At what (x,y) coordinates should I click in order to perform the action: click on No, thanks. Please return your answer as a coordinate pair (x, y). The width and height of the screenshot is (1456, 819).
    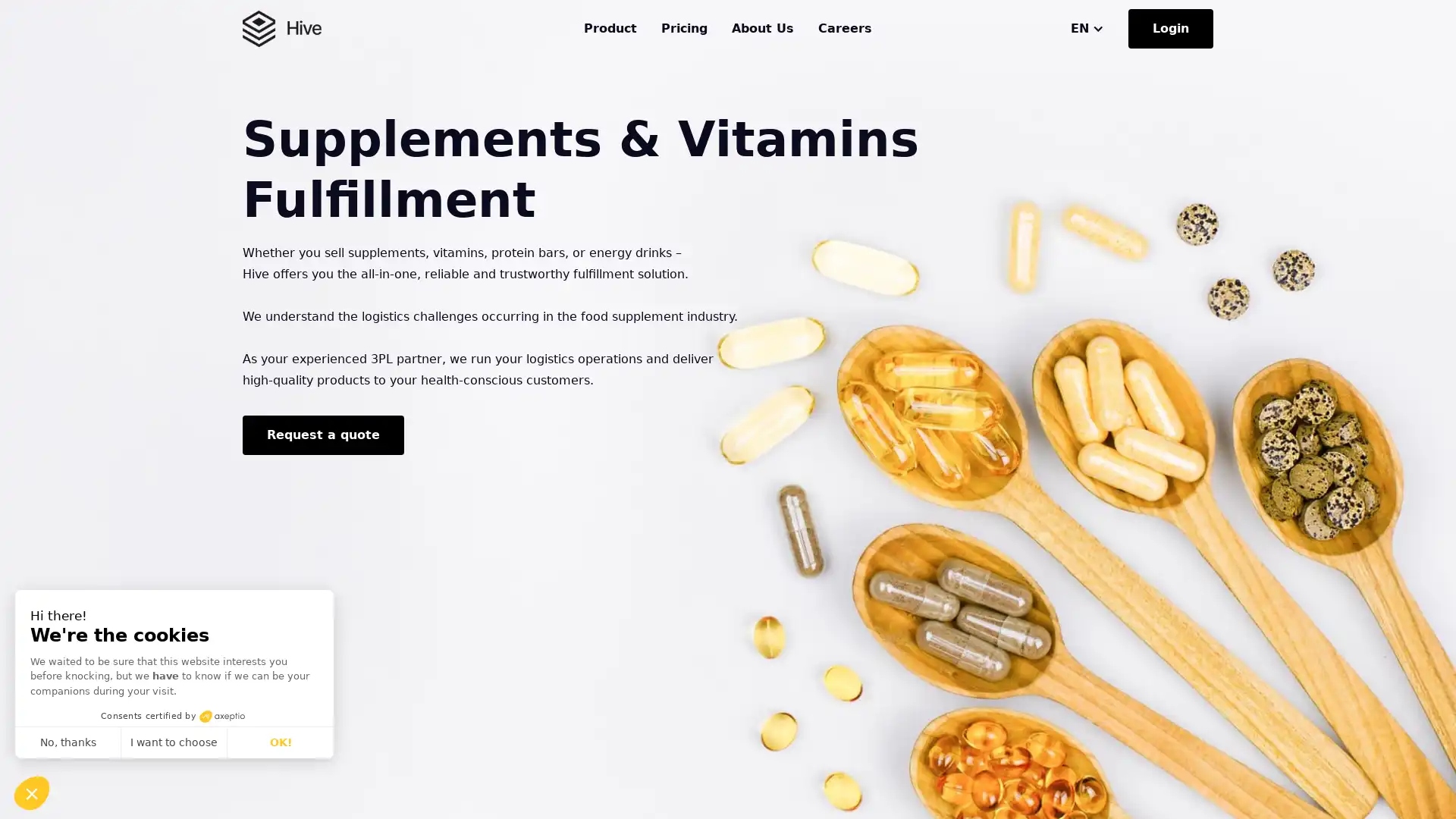
    Looking at the image, I should click on (67, 742).